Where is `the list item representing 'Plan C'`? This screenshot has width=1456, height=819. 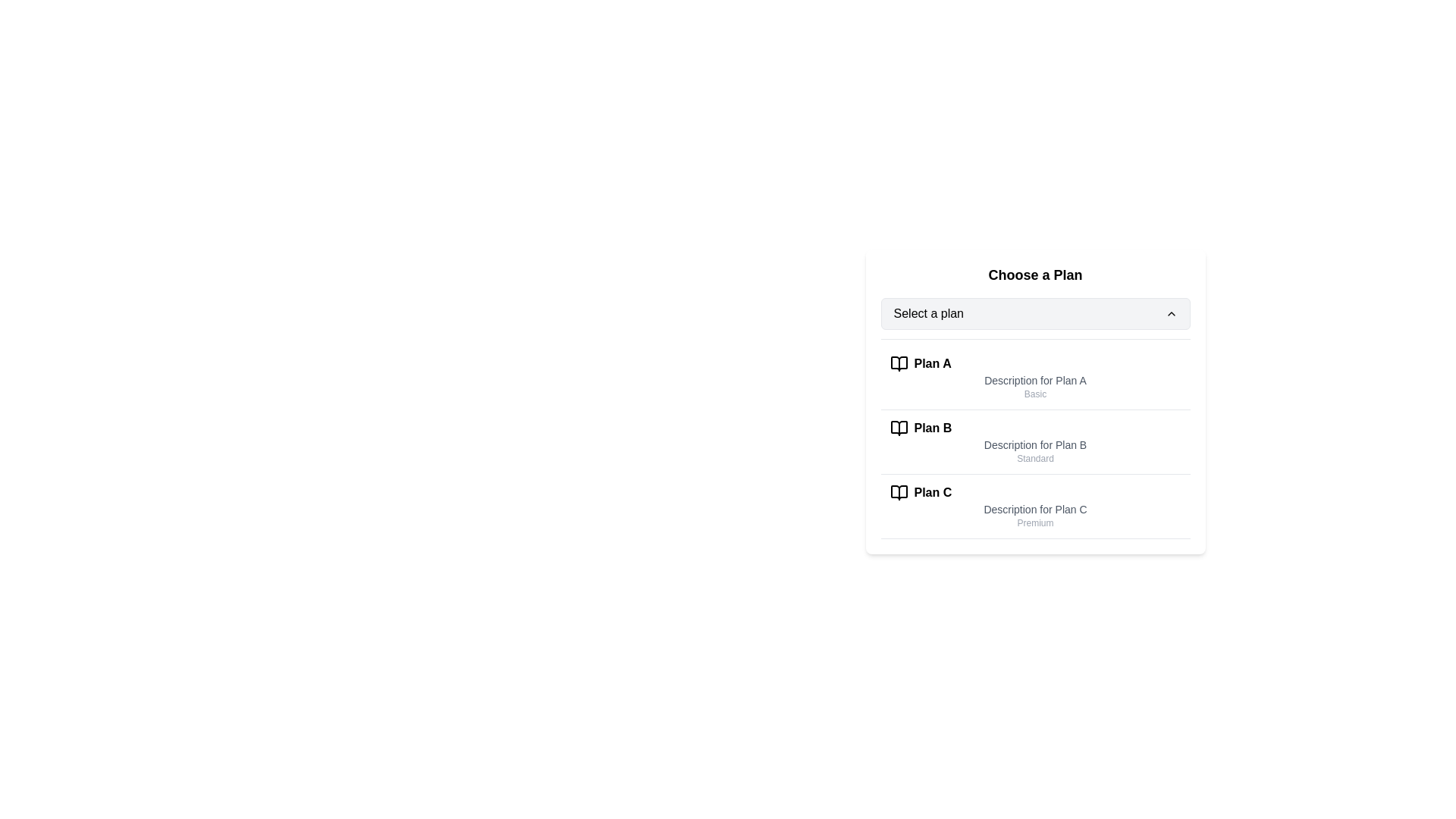 the list item representing 'Plan C' is located at coordinates (1034, 507).